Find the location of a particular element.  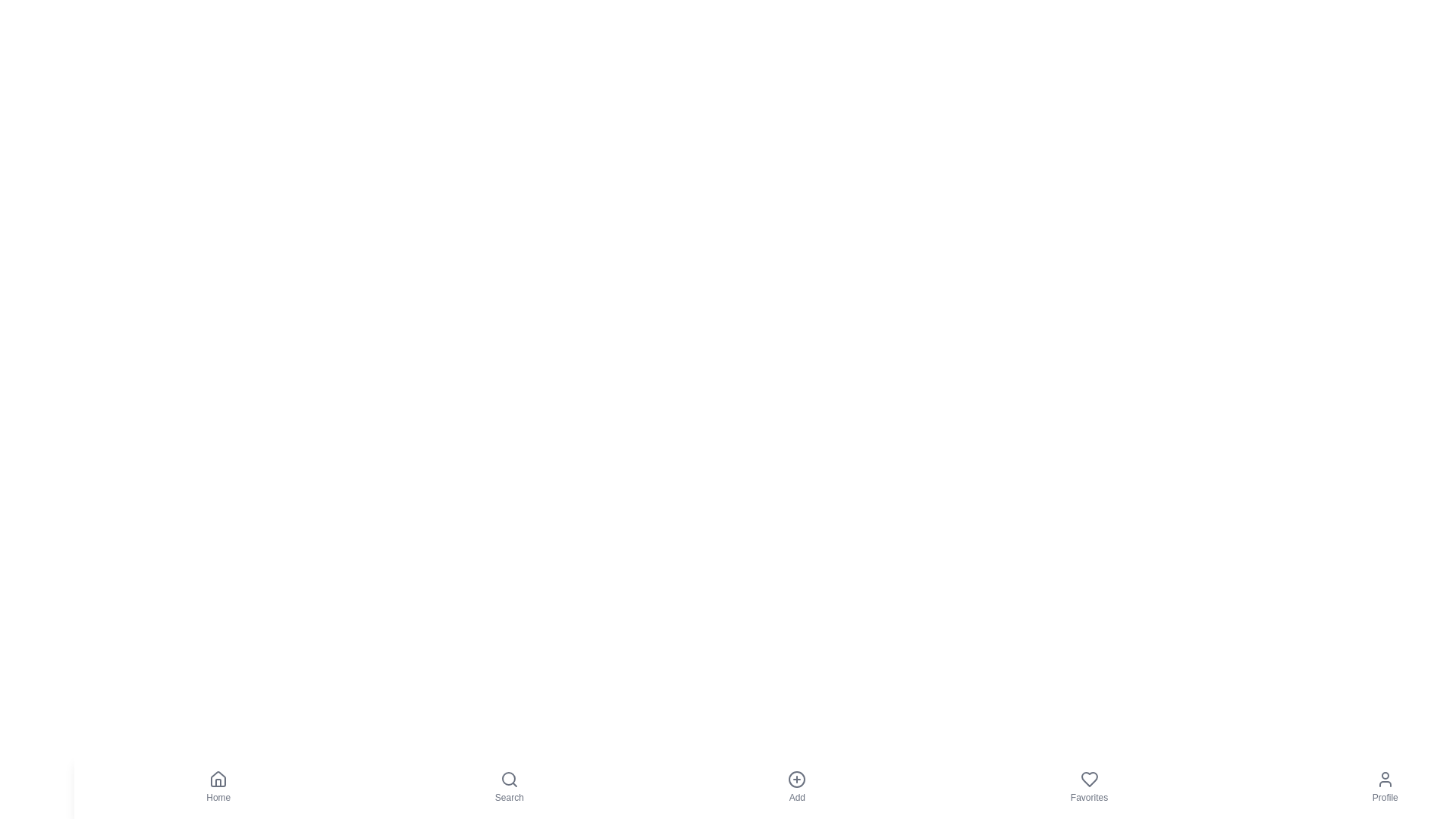

the filled home-like shape within the house icon located in the bottom navigation bar, which is the left-most icon among the navigation icons is located at coordinates (218, 779).